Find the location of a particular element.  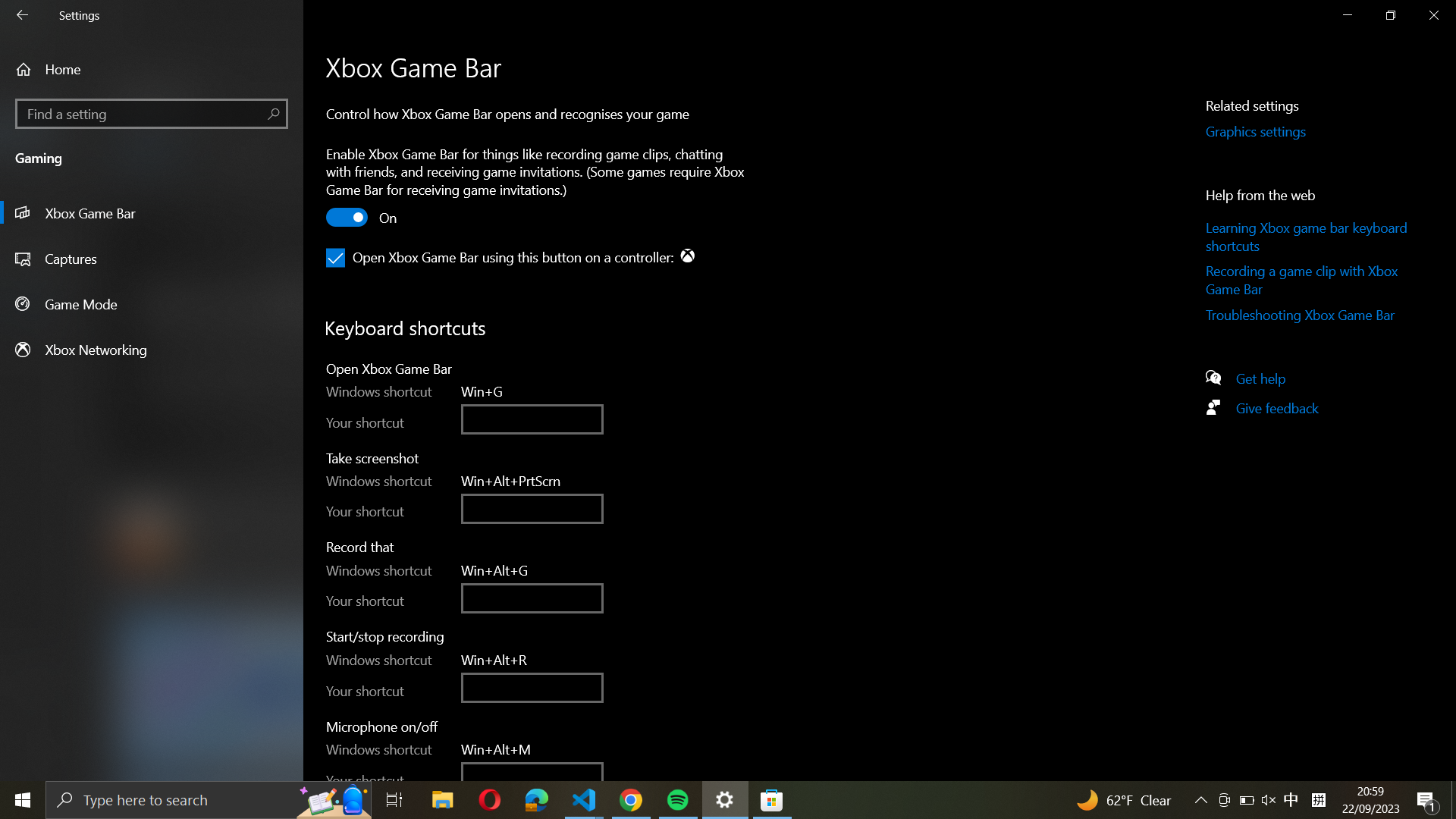

Go to the "Home" by clicking on the house icon in settings is located at coordinates (152, 69).